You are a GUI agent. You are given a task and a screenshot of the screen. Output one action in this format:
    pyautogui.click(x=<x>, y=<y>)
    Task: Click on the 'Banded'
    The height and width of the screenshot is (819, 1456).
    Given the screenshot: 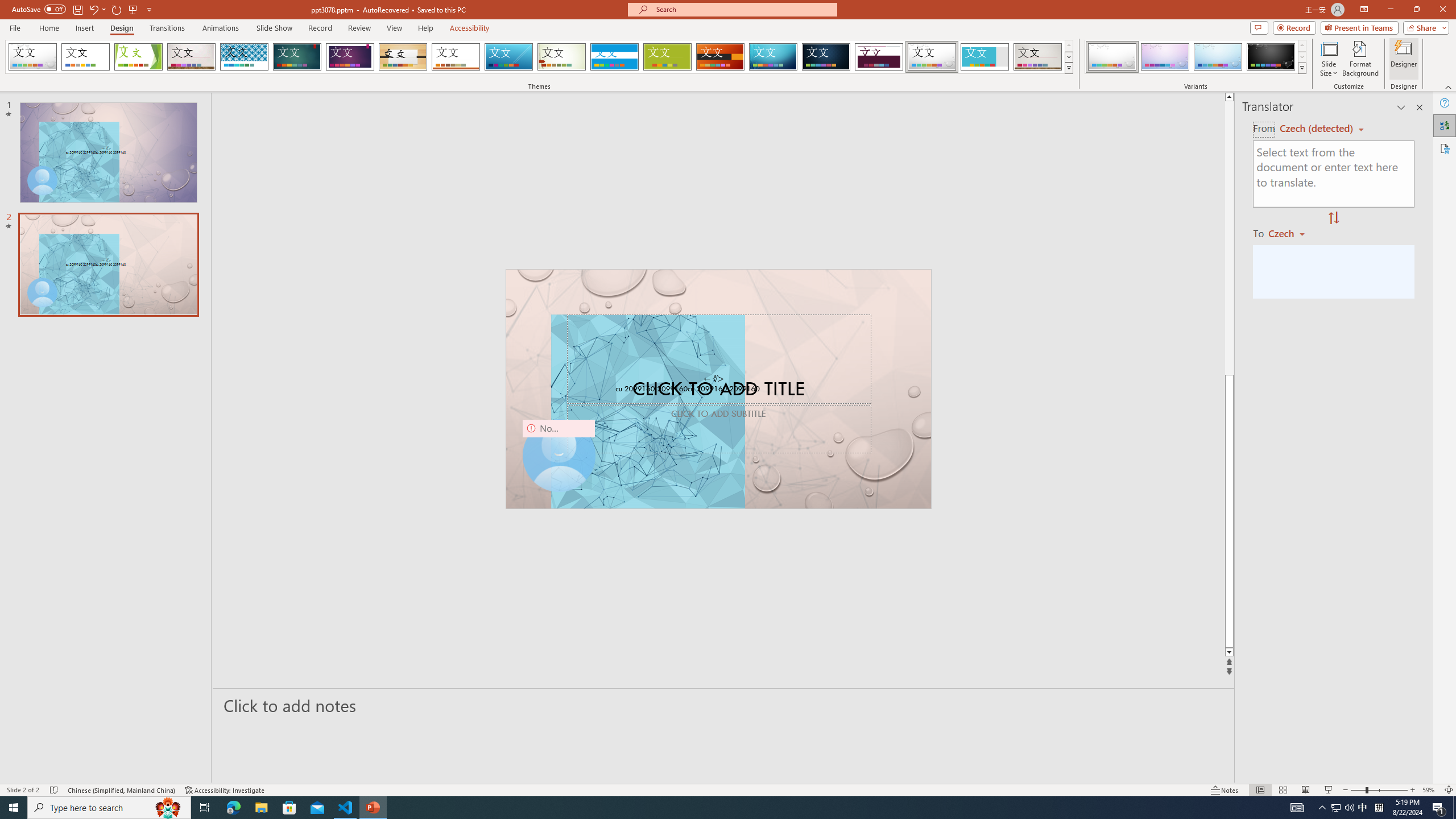 What is the action you would take?
    pyautogui.click(x=614, y=56)
    